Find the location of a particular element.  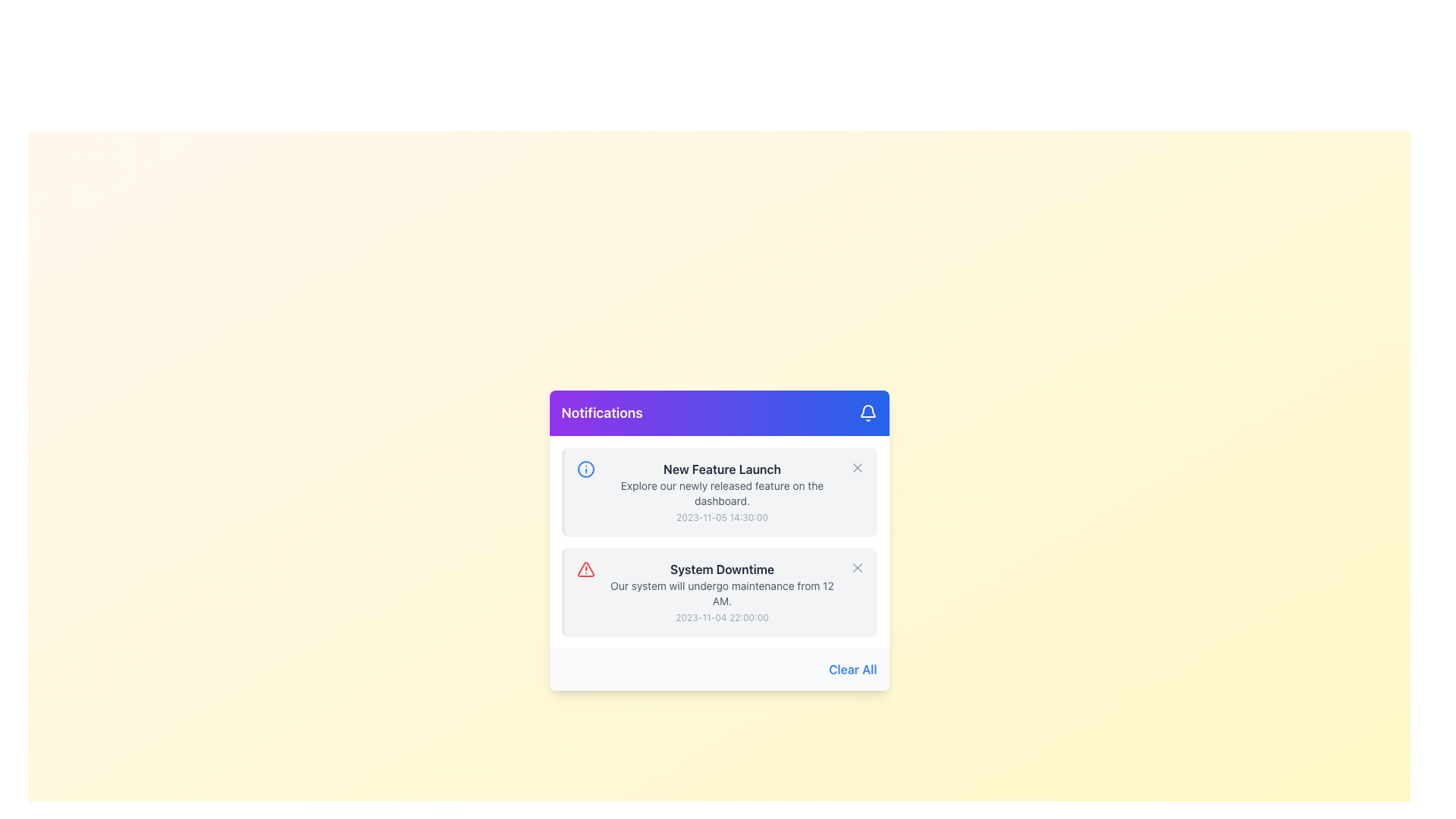

text label displaying 'New Feature Launch' located at the top of the notification card in the notifications panel is located at coordinates (721, 468).